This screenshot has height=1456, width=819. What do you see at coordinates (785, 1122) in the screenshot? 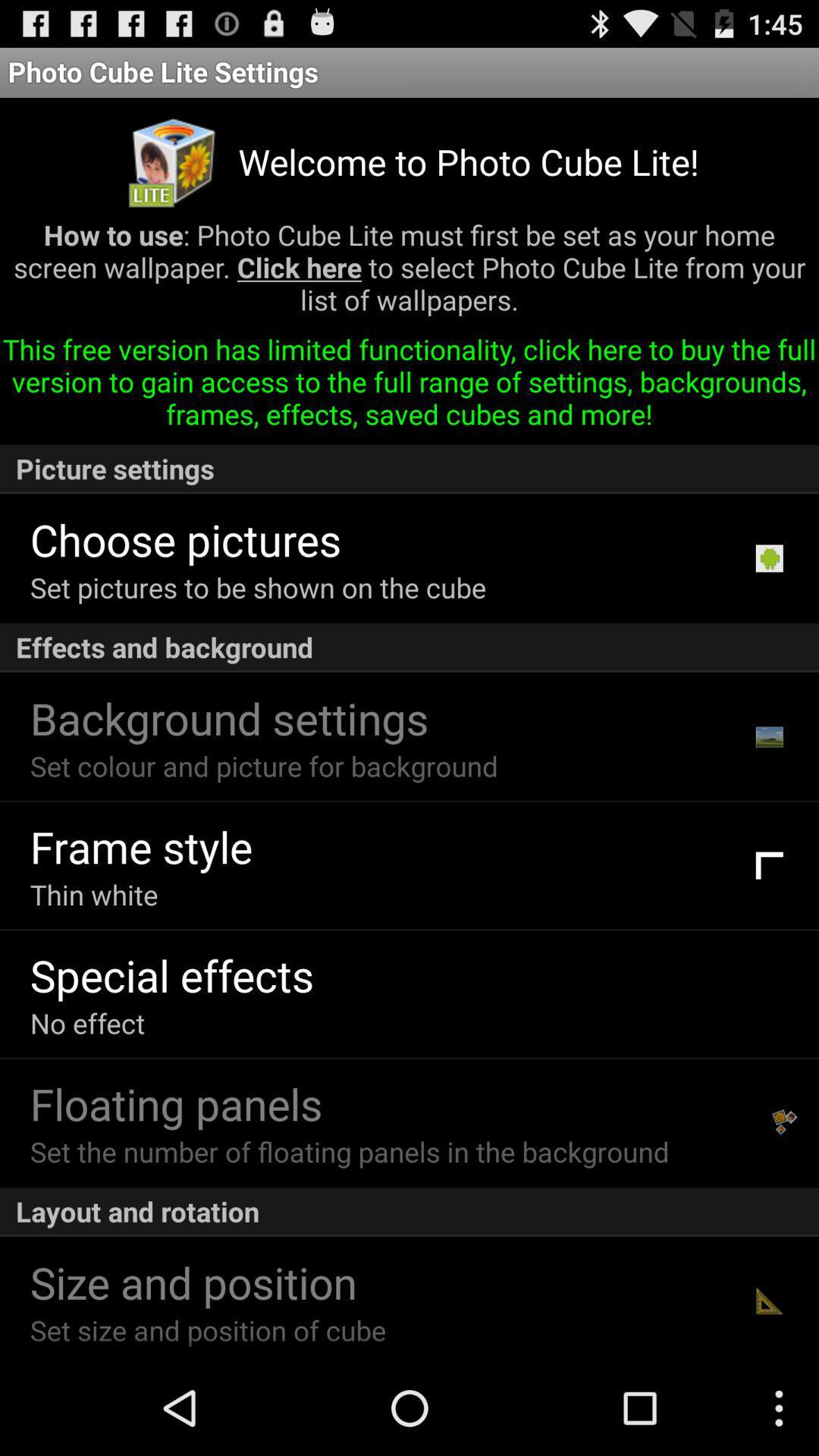
I see `the item to the right of set the number icon` at bounding box center [785, 1122].